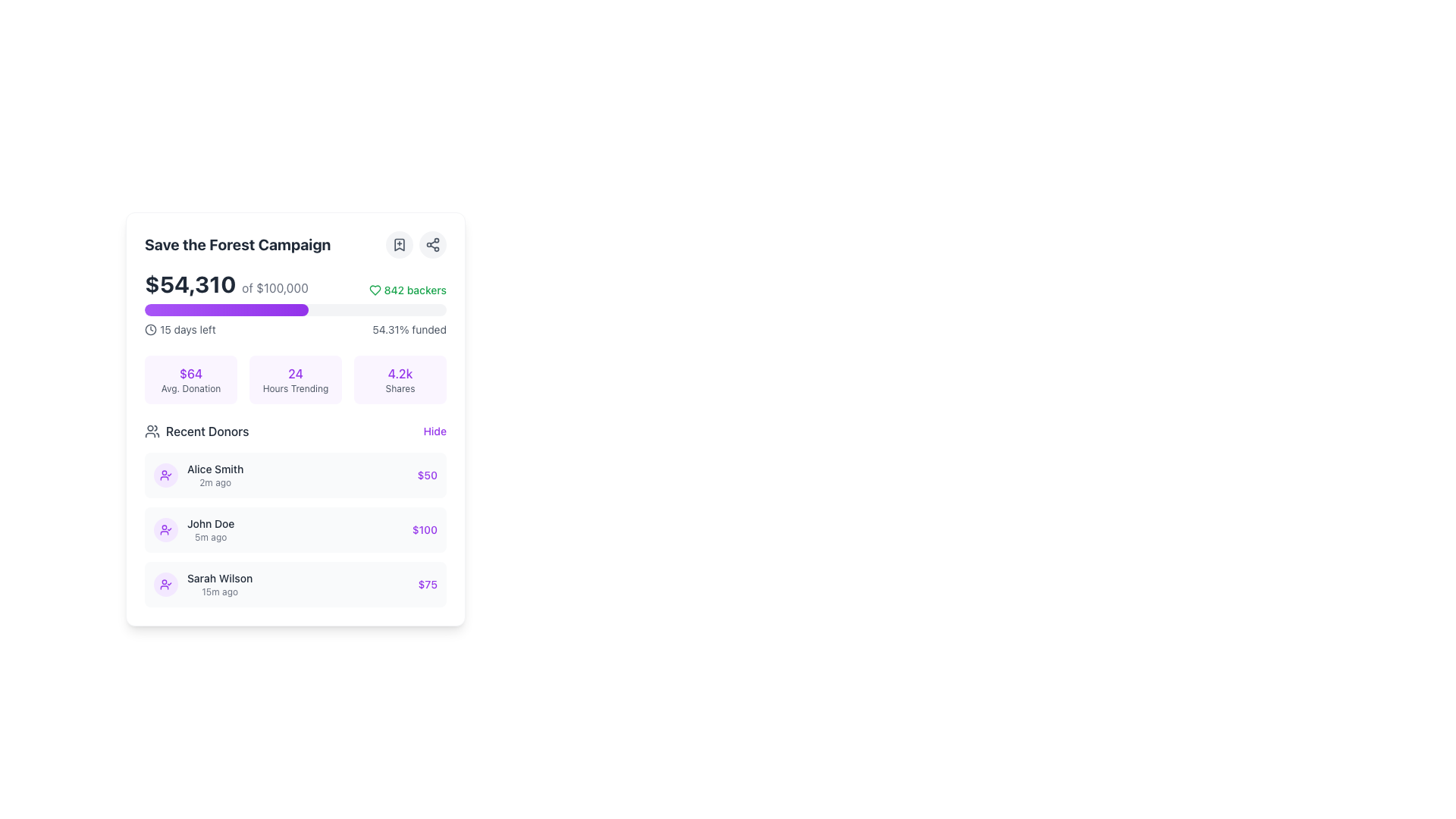  I want to click on the text label displaying 'Alice Smith' and the timestamp '2m ago', which is the first entry in the 'Recent Donors' list, located near the top within a white card, so click(215, 475).